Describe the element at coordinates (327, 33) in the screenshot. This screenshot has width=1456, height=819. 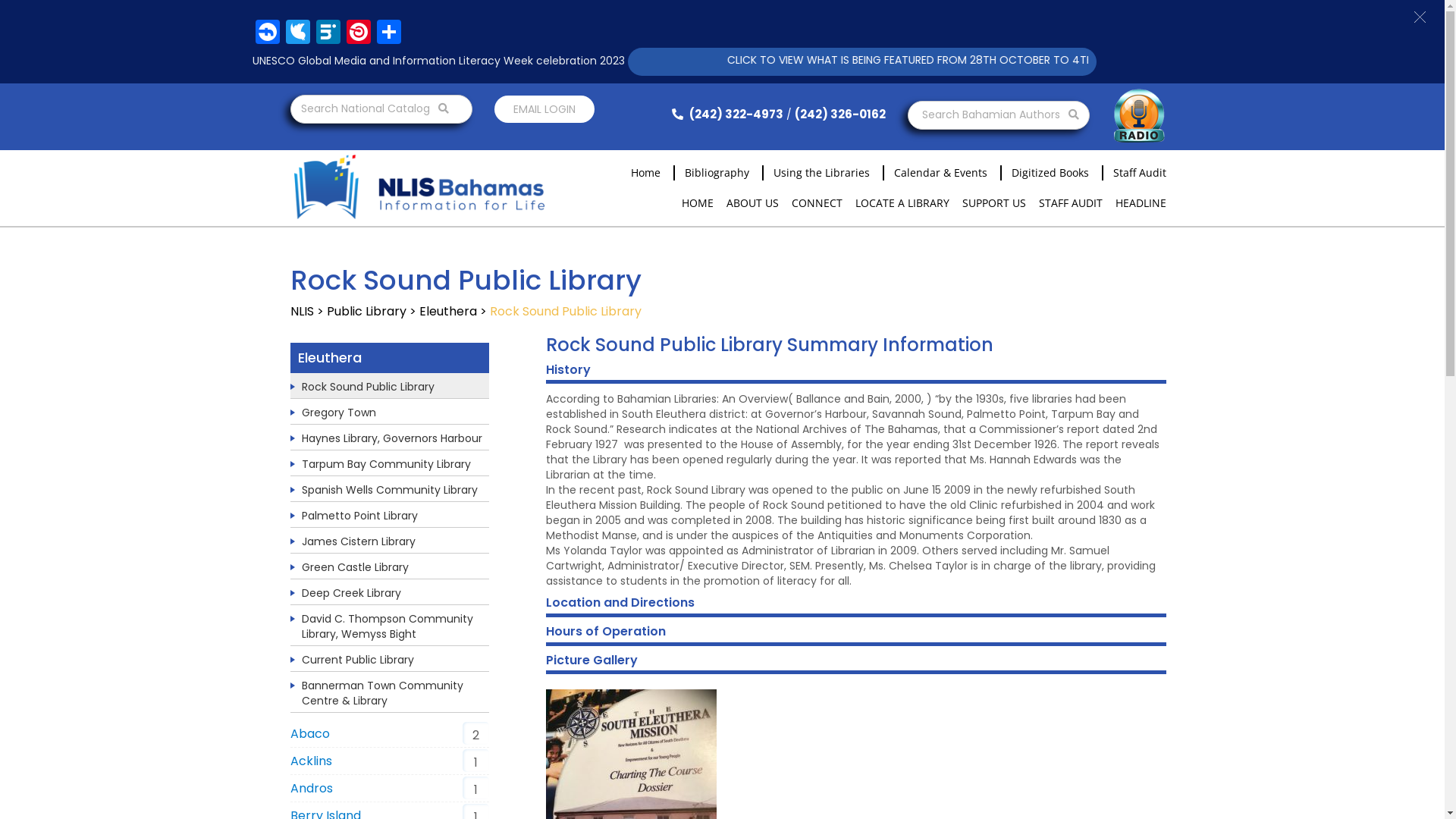
I see `'LinkedIn'` at that location.